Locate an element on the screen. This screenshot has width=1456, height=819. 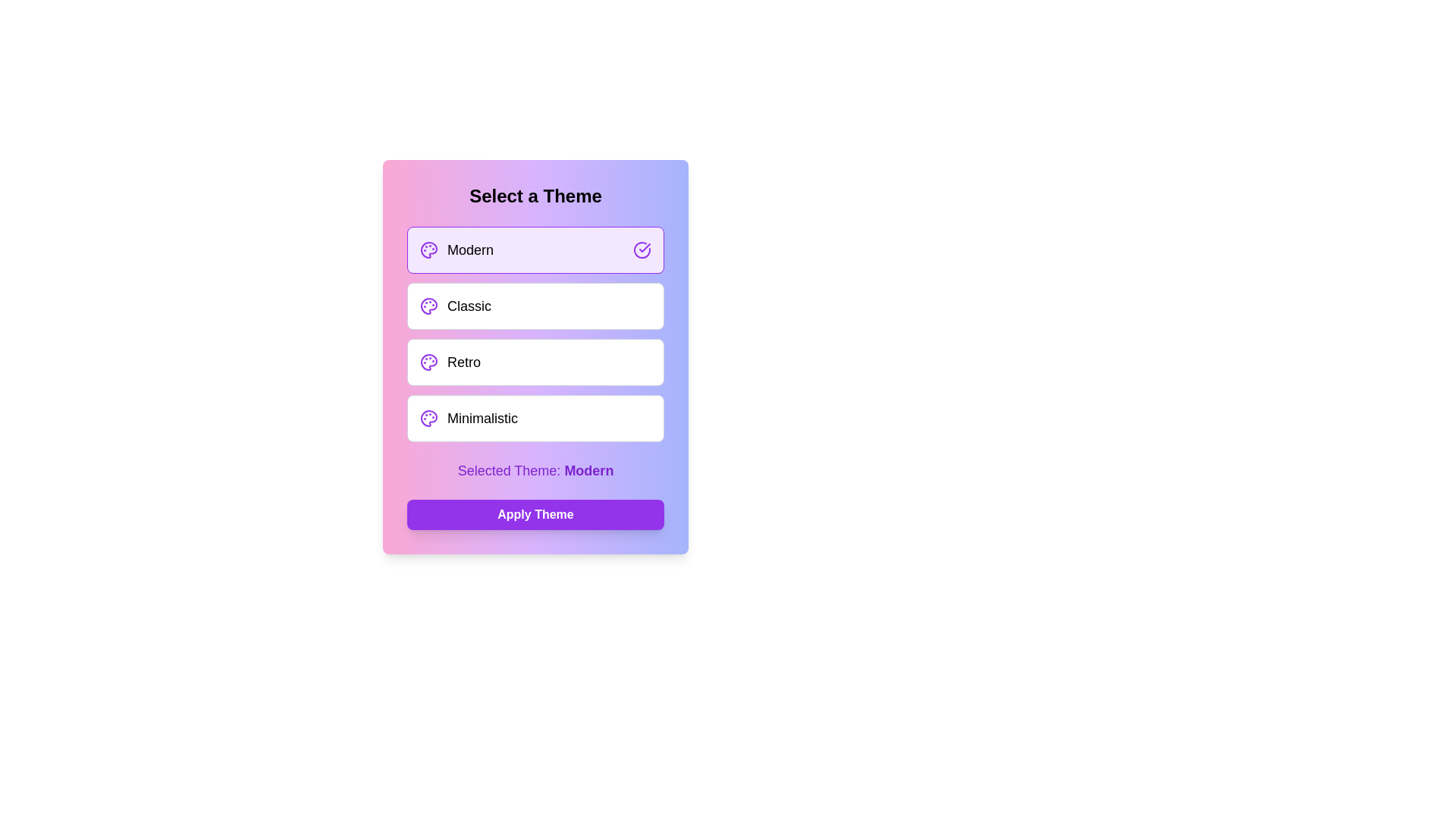
the 'Modern' selection button with a light purple background and bordered appearance is located at coordinates (535, 249).